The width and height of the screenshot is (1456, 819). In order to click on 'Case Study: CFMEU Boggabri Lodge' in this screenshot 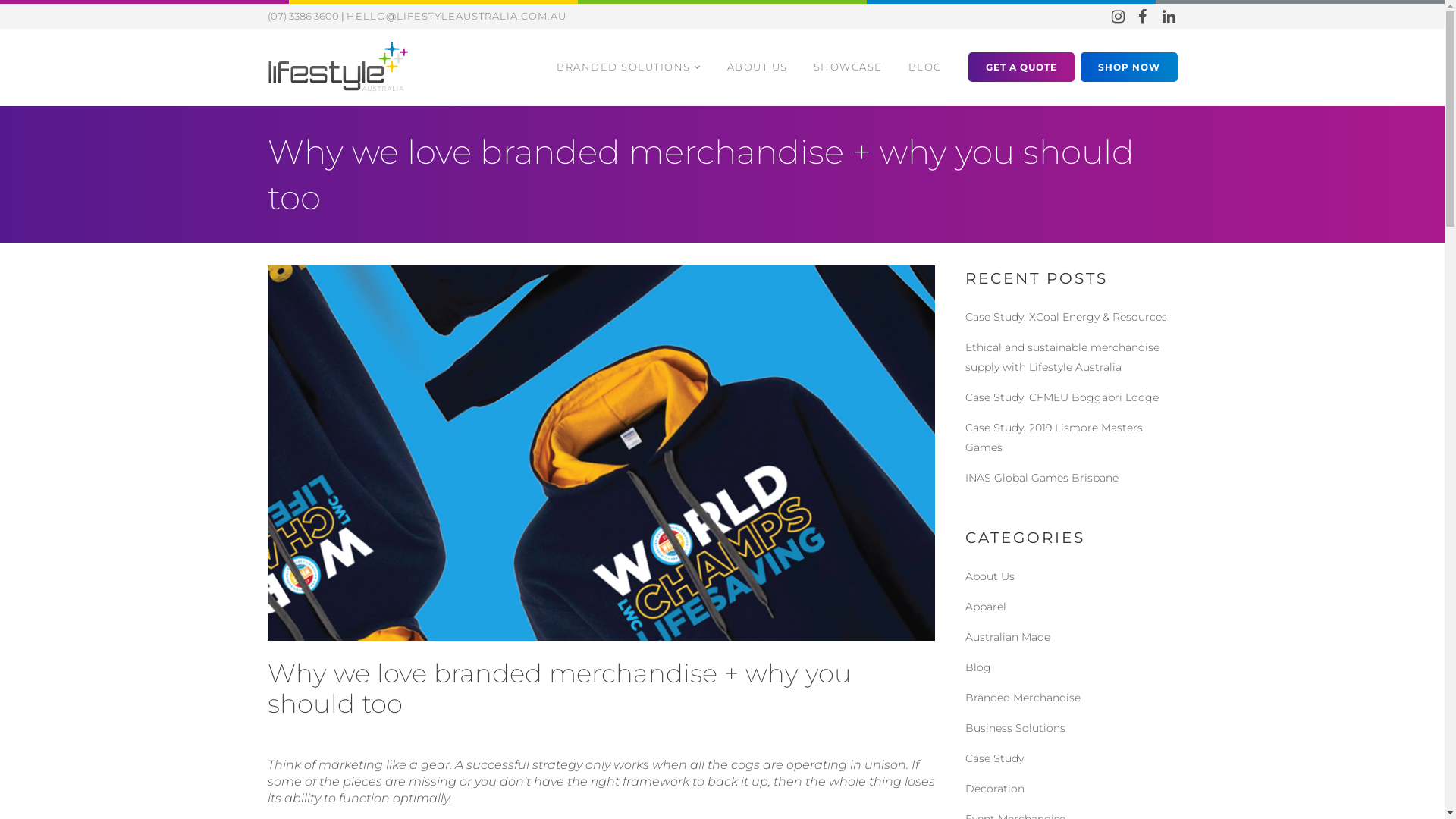, I will do `click(1060, 397)`.